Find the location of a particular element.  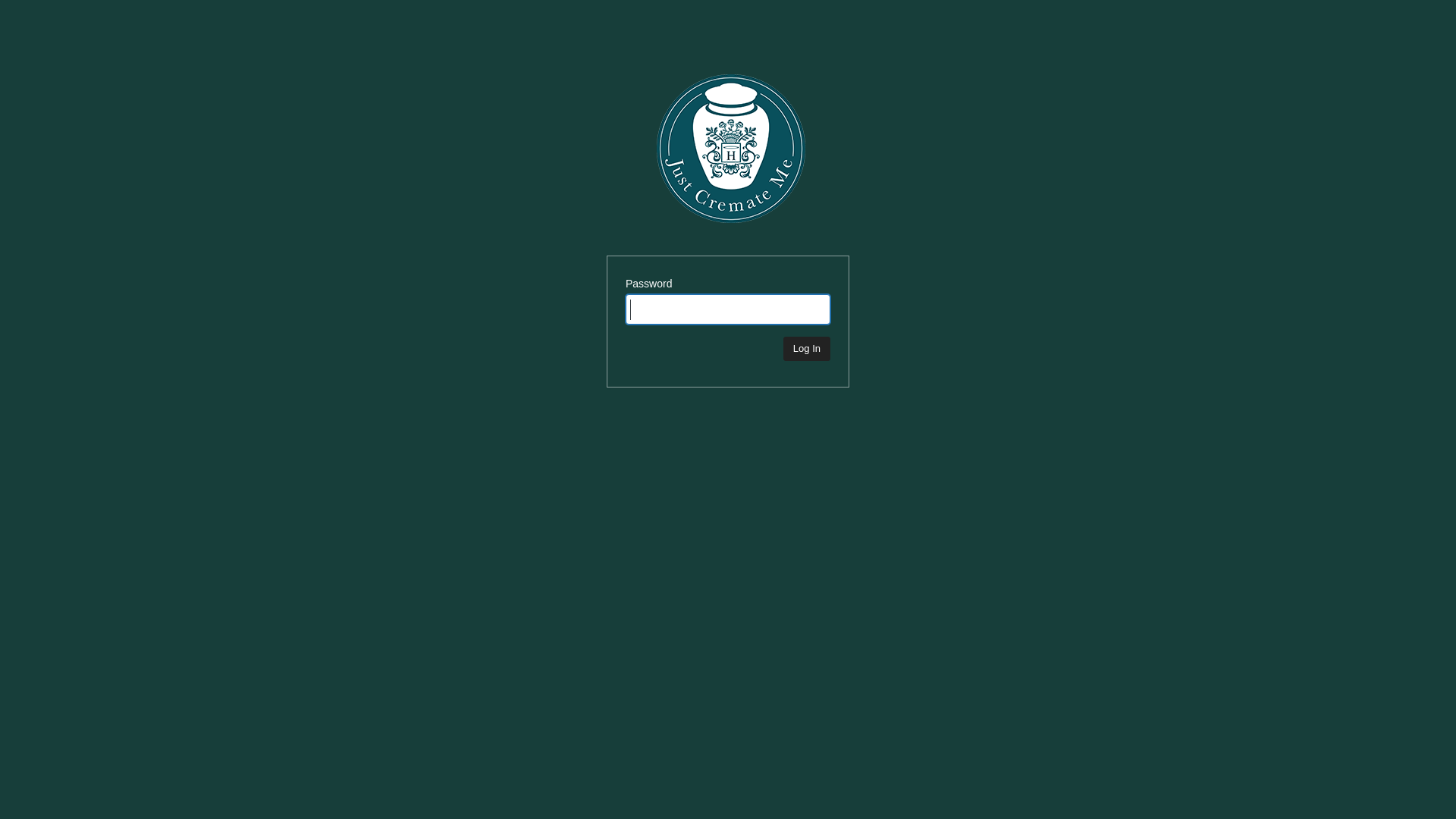

'Just Cremate Me' is located at coordinates (731, 155).